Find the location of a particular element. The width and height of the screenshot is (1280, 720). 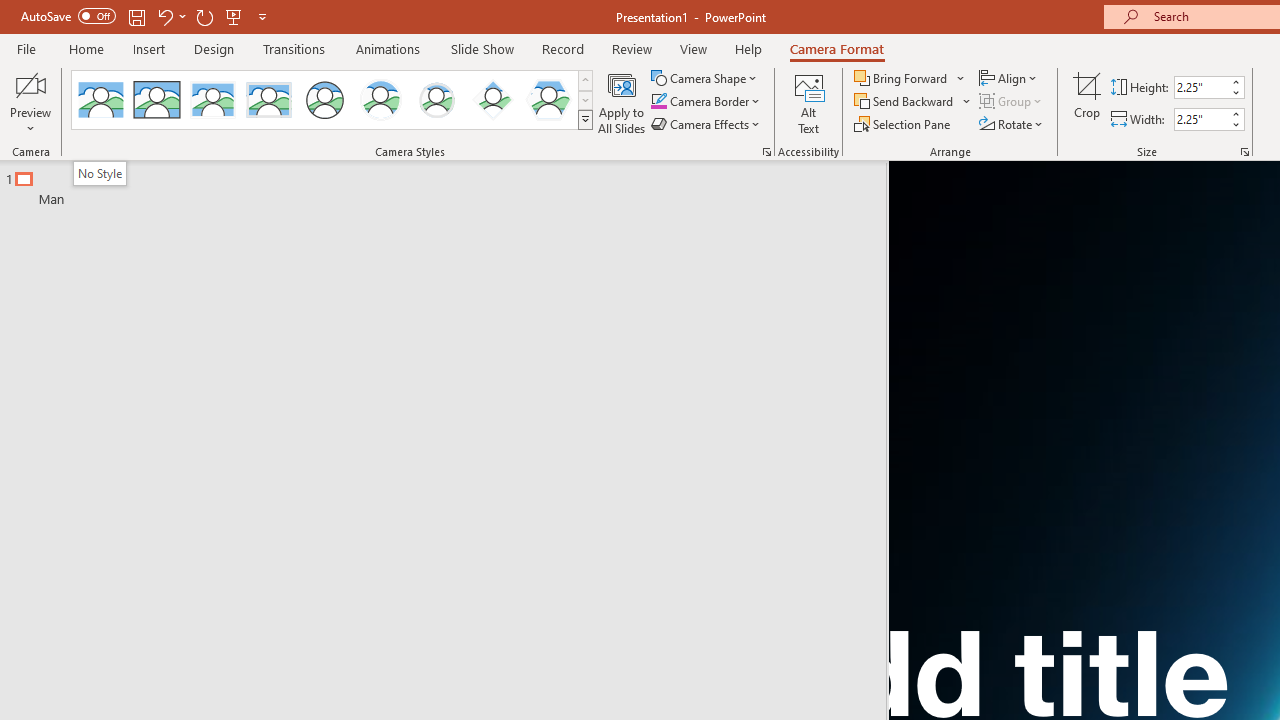

'Camera Styles' is located at coordinates (584, 120).